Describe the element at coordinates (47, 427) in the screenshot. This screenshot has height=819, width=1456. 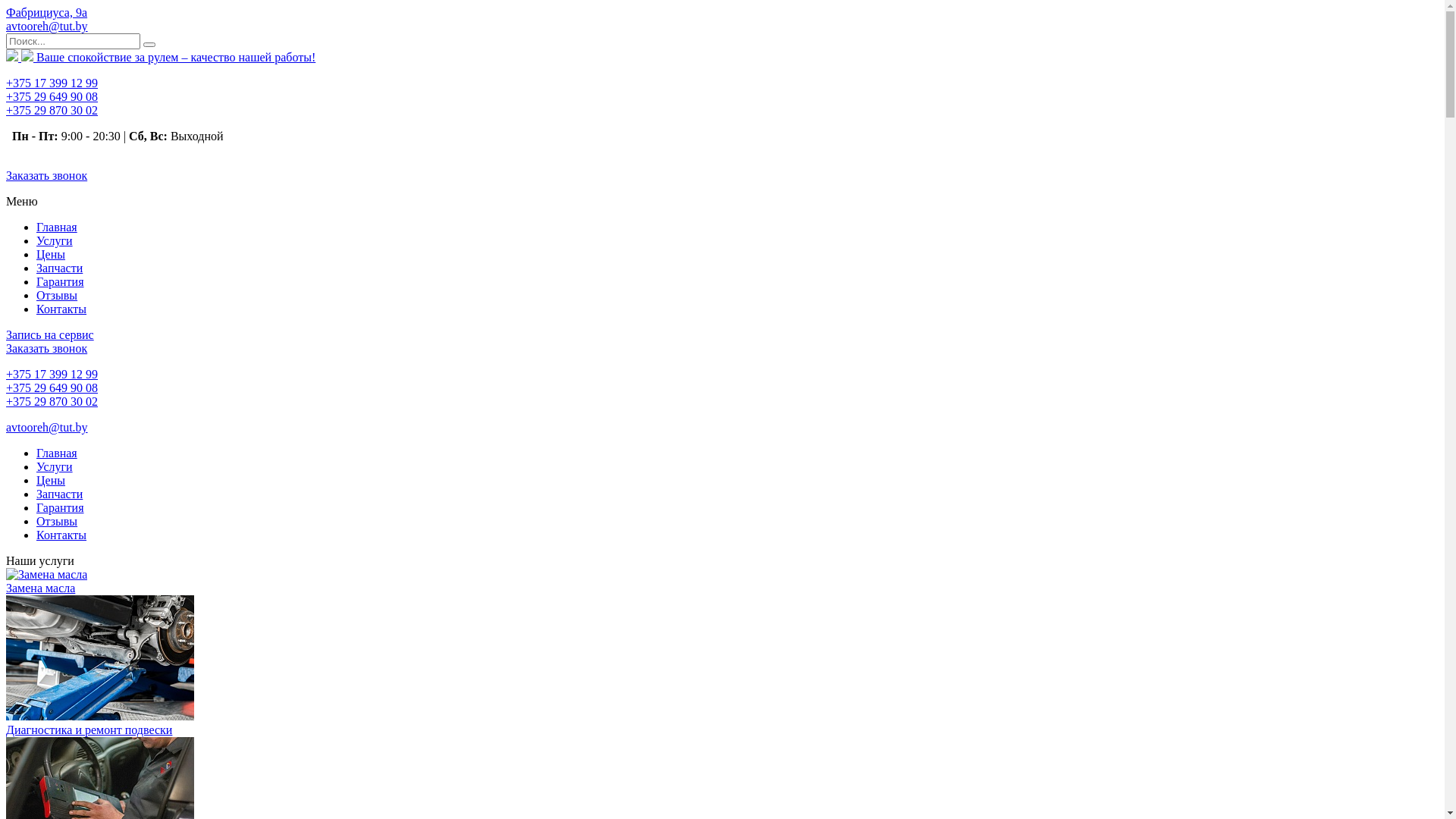
I see `'avtooreh@tut.by'` at that location.